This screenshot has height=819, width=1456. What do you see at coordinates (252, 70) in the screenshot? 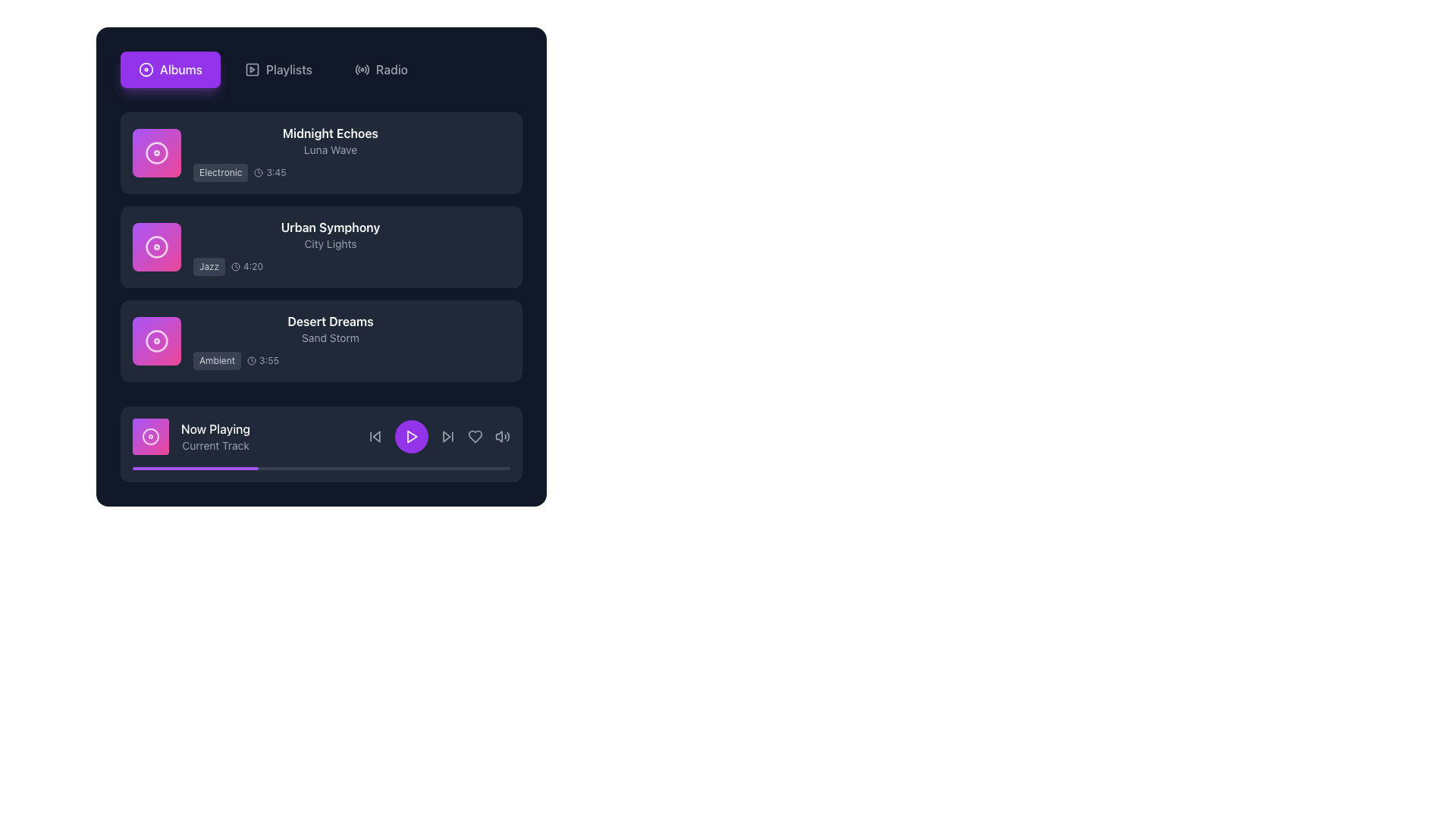
I see `the square with rounded corners background element located within the 'Playlists' tab button in the upper navigation bar` at bounding box center [252, 70].